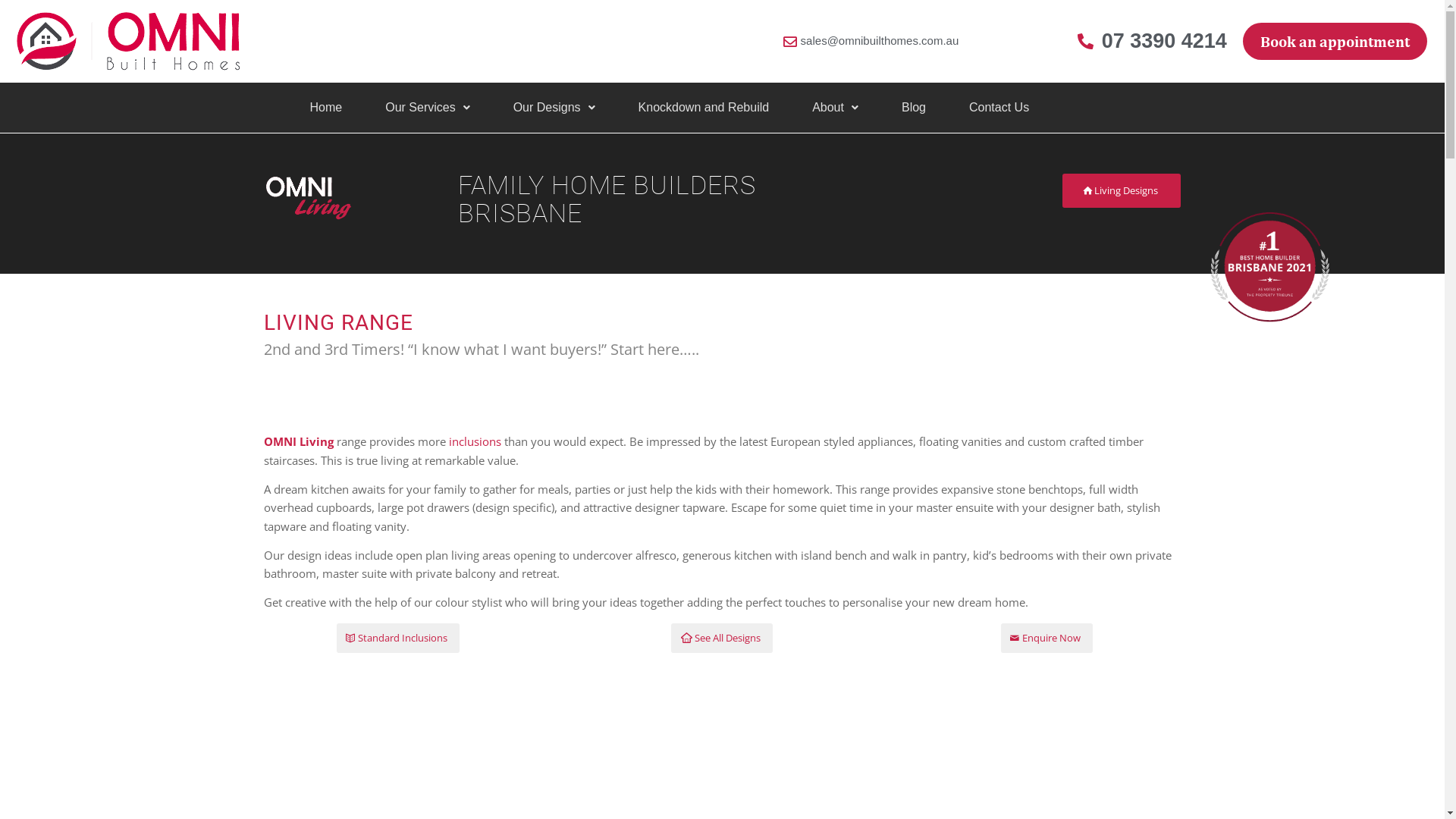 The height and width of the screenshot is (819, 1456). Describe the element at coordinates (1335, 40) in the screenshot. I see `'Book an appointment'` at that location.